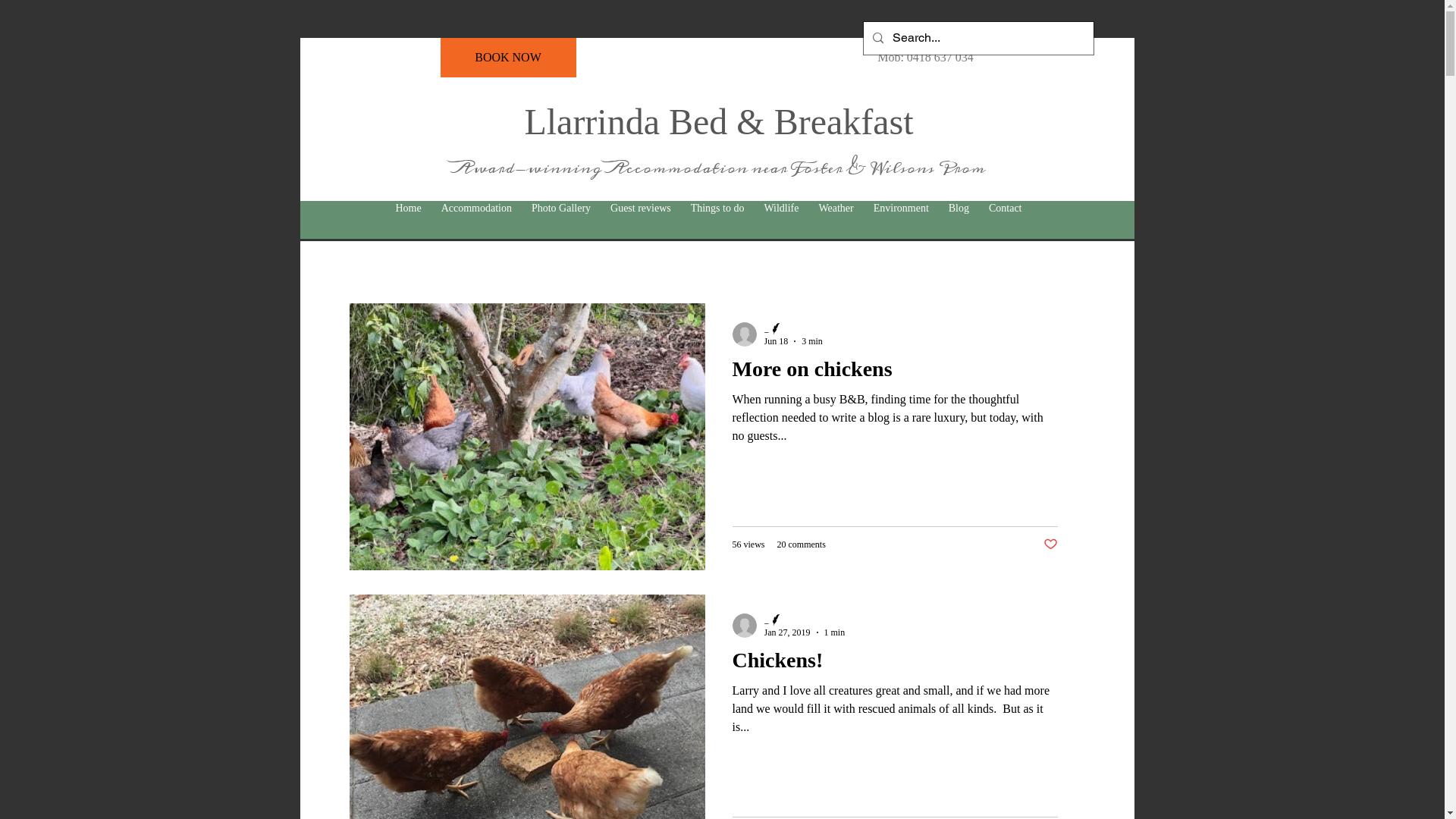  What do you see at coordinates (901, 208) in the screenshot?
I see `'Environment'` at bounding box center [901, 208].